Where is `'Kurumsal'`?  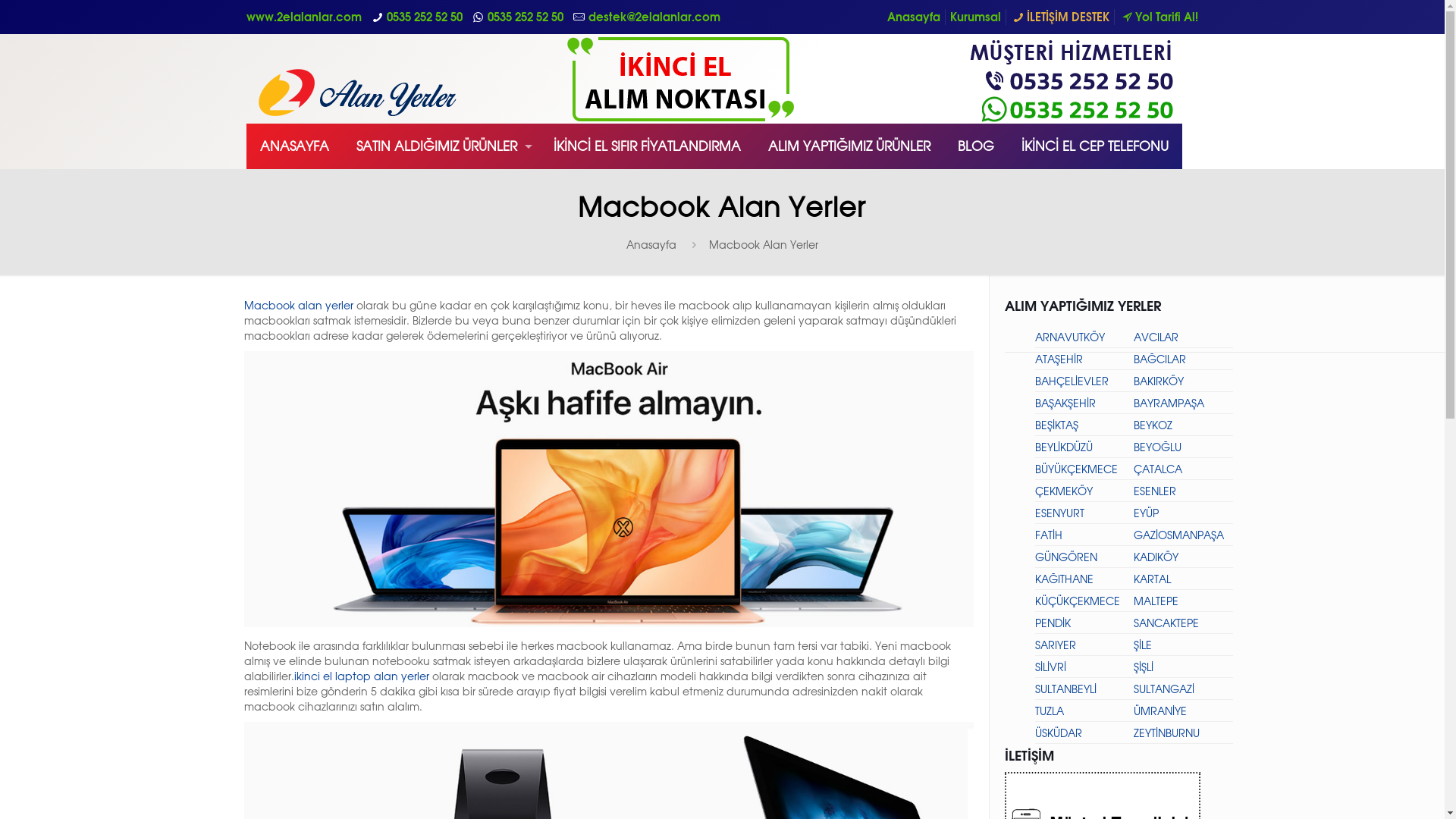
'Kurumsal' is located at coordinates (949, 17).